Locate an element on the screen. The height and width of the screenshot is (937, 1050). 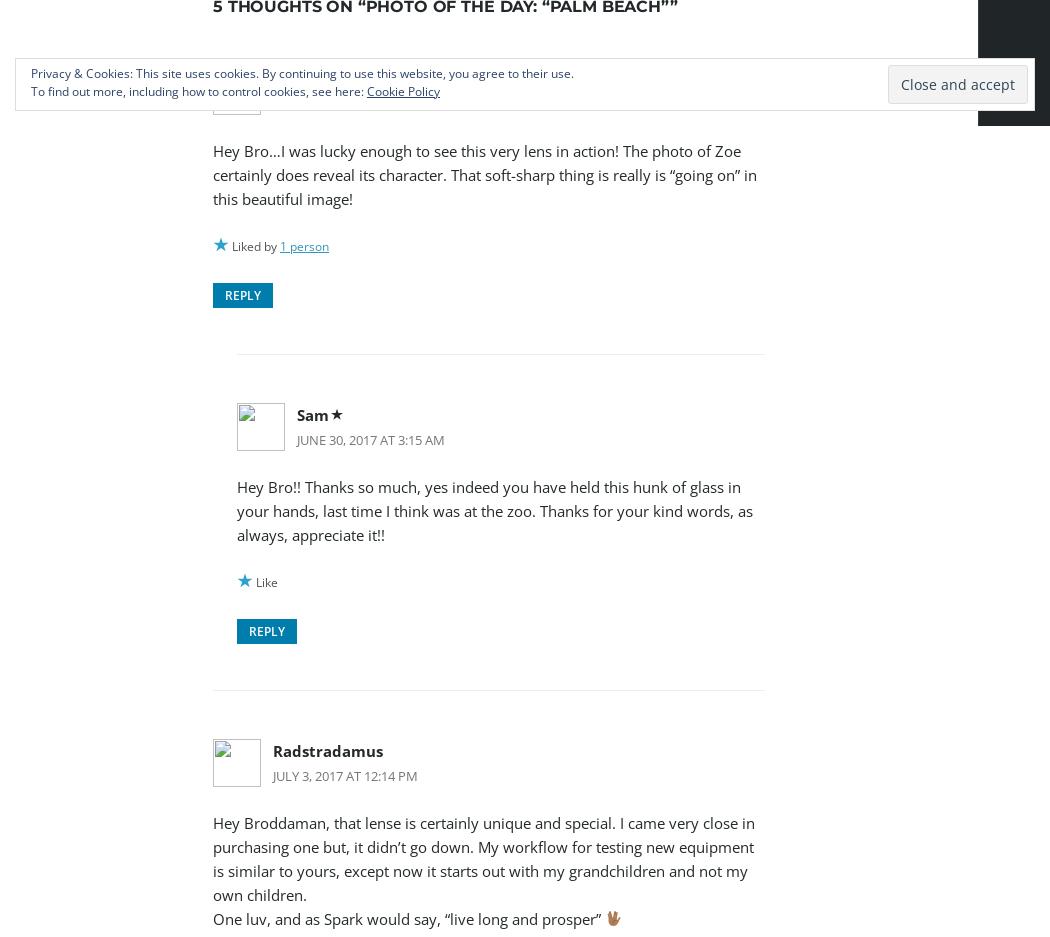
'July 3, 2017 at 12:14 pm' is located at coordinates (344, 774).